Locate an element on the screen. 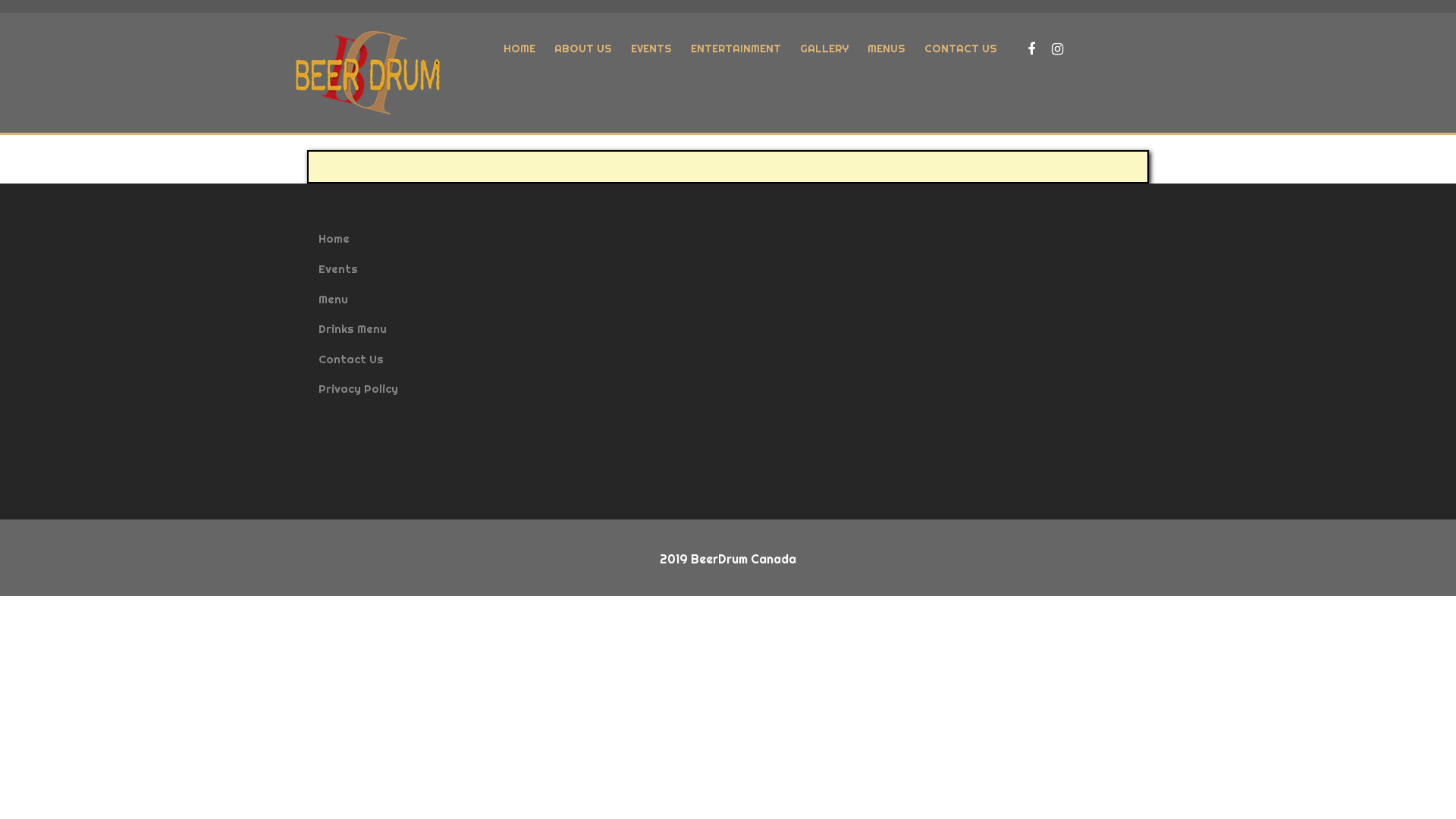 The height and width of the screenshot is (819, 1456). 'Drinks Menu' is located at coordinates (352, 328).